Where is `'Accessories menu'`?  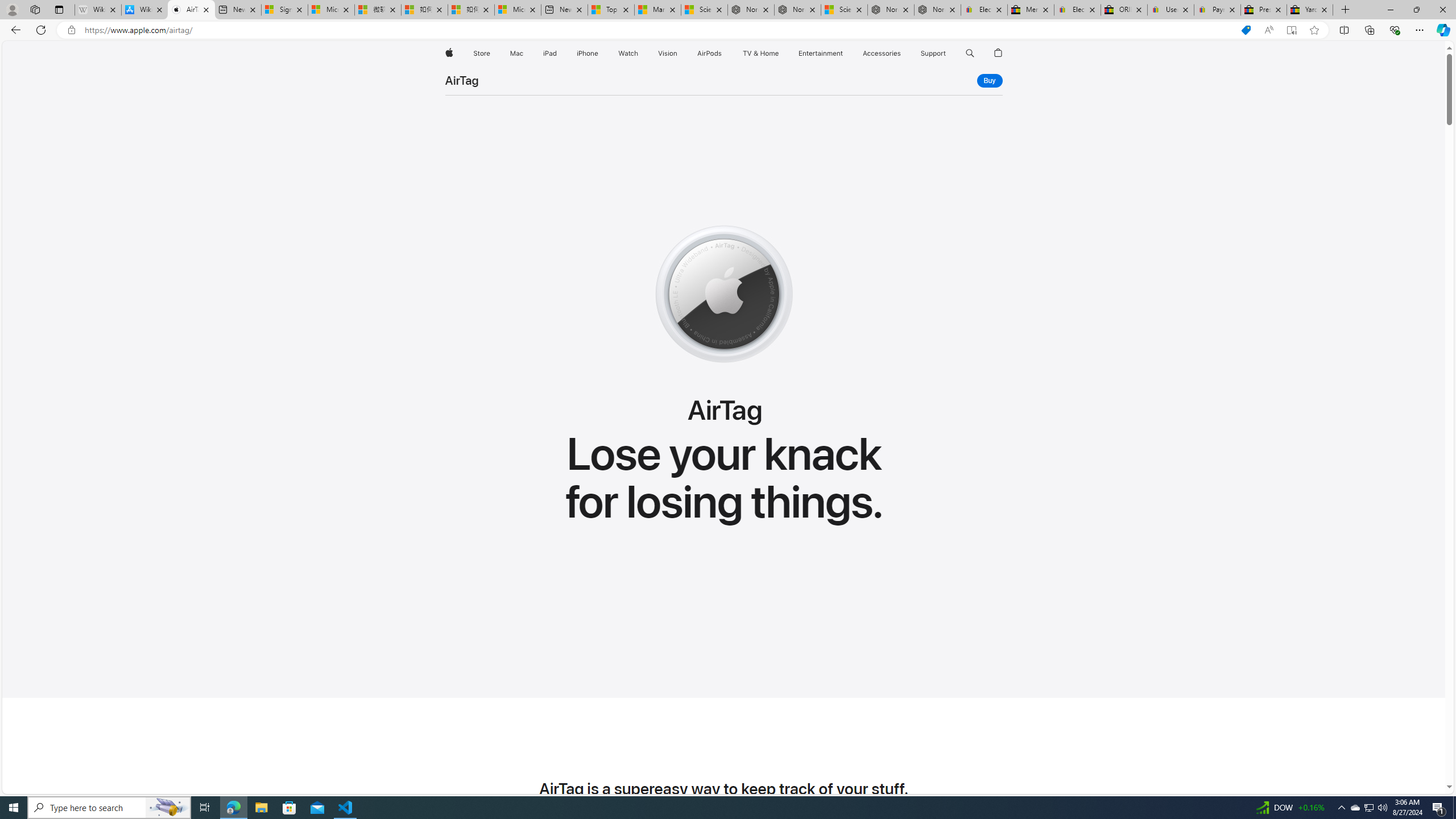
'Accessories menu' is located at coordinates (903, 53).